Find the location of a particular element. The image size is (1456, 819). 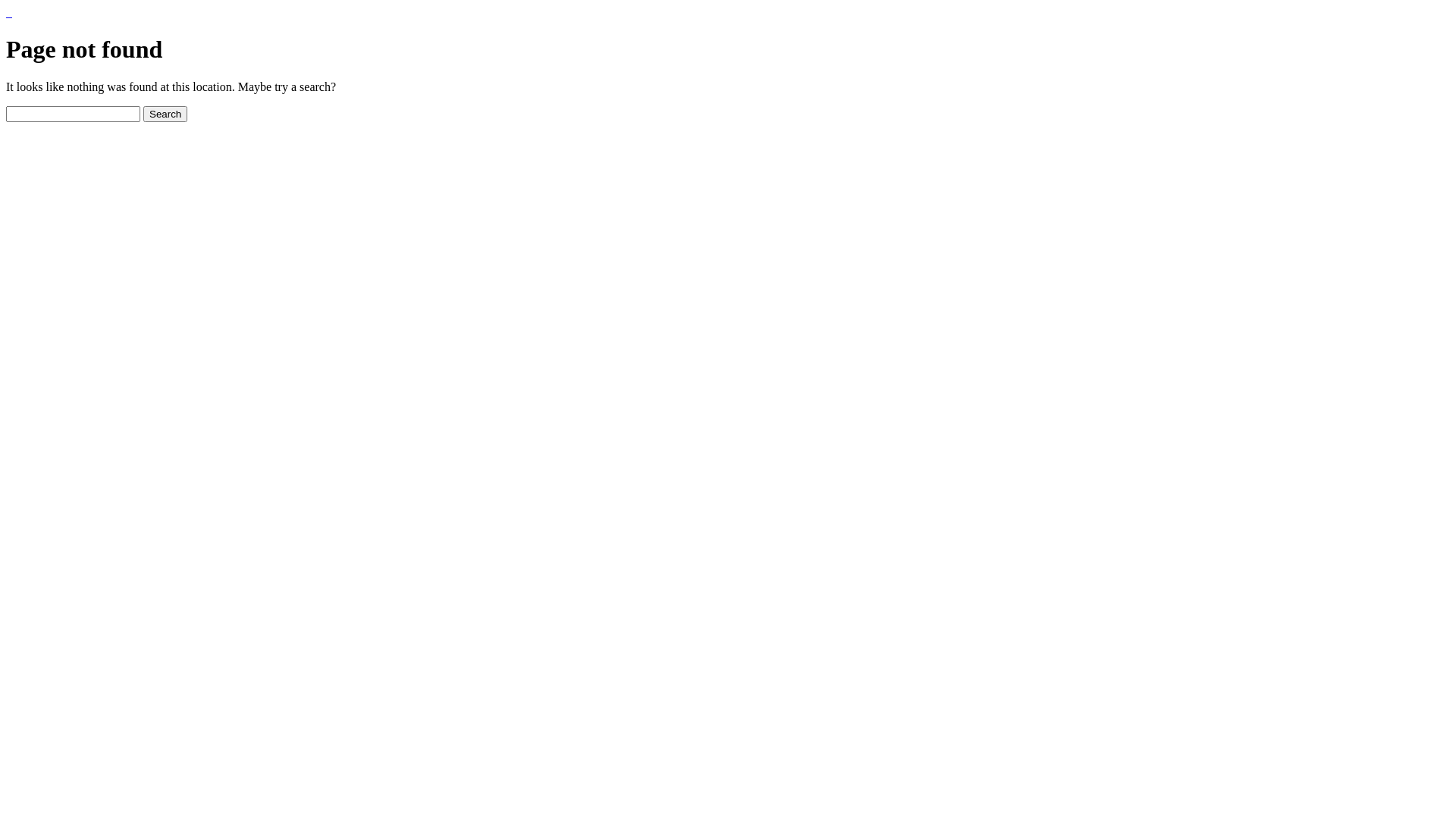

'Search' is located at coordinates (165, 113).